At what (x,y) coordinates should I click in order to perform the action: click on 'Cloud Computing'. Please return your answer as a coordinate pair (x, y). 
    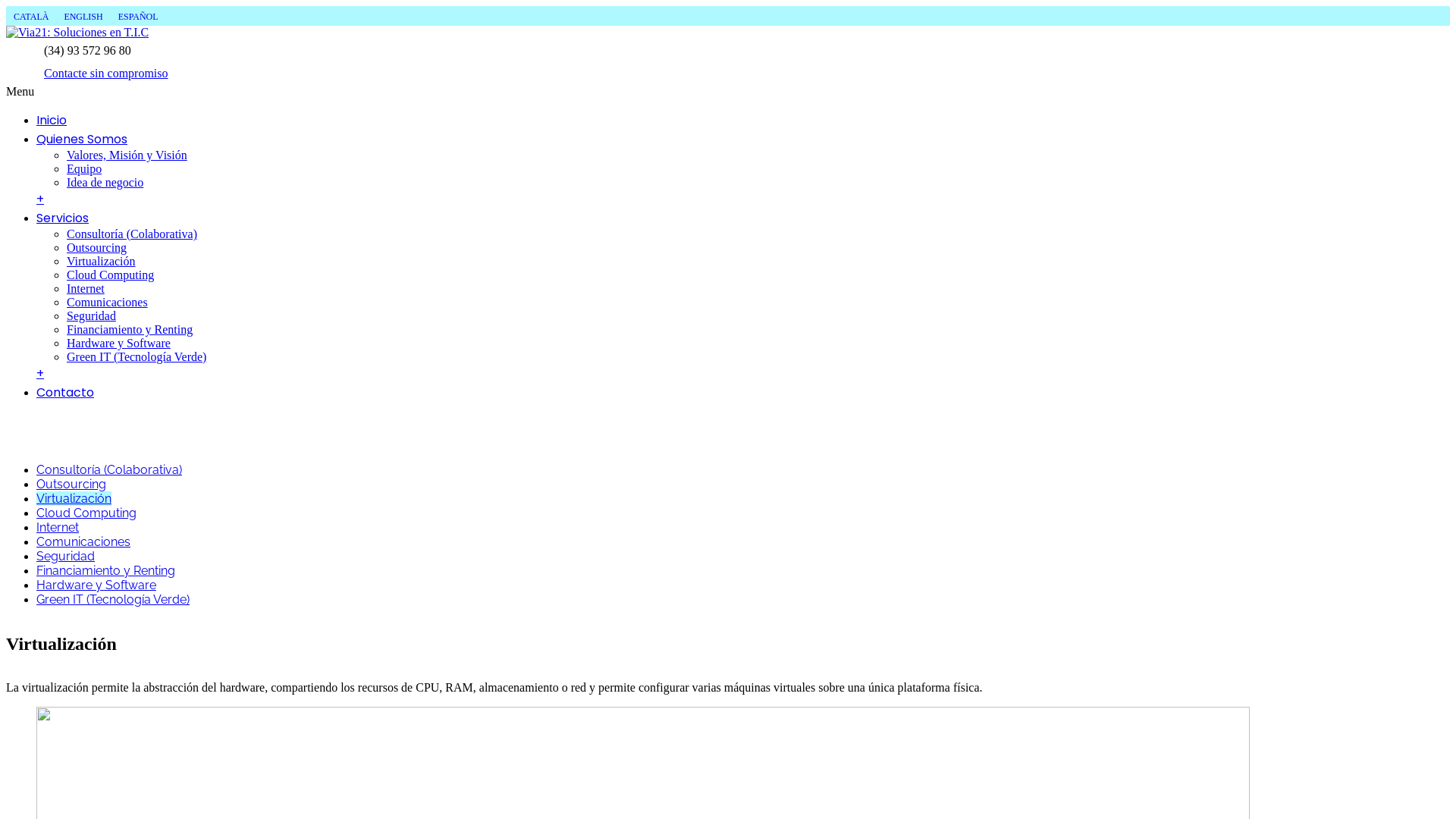
    Looking at the image, I should click on (109, 275).